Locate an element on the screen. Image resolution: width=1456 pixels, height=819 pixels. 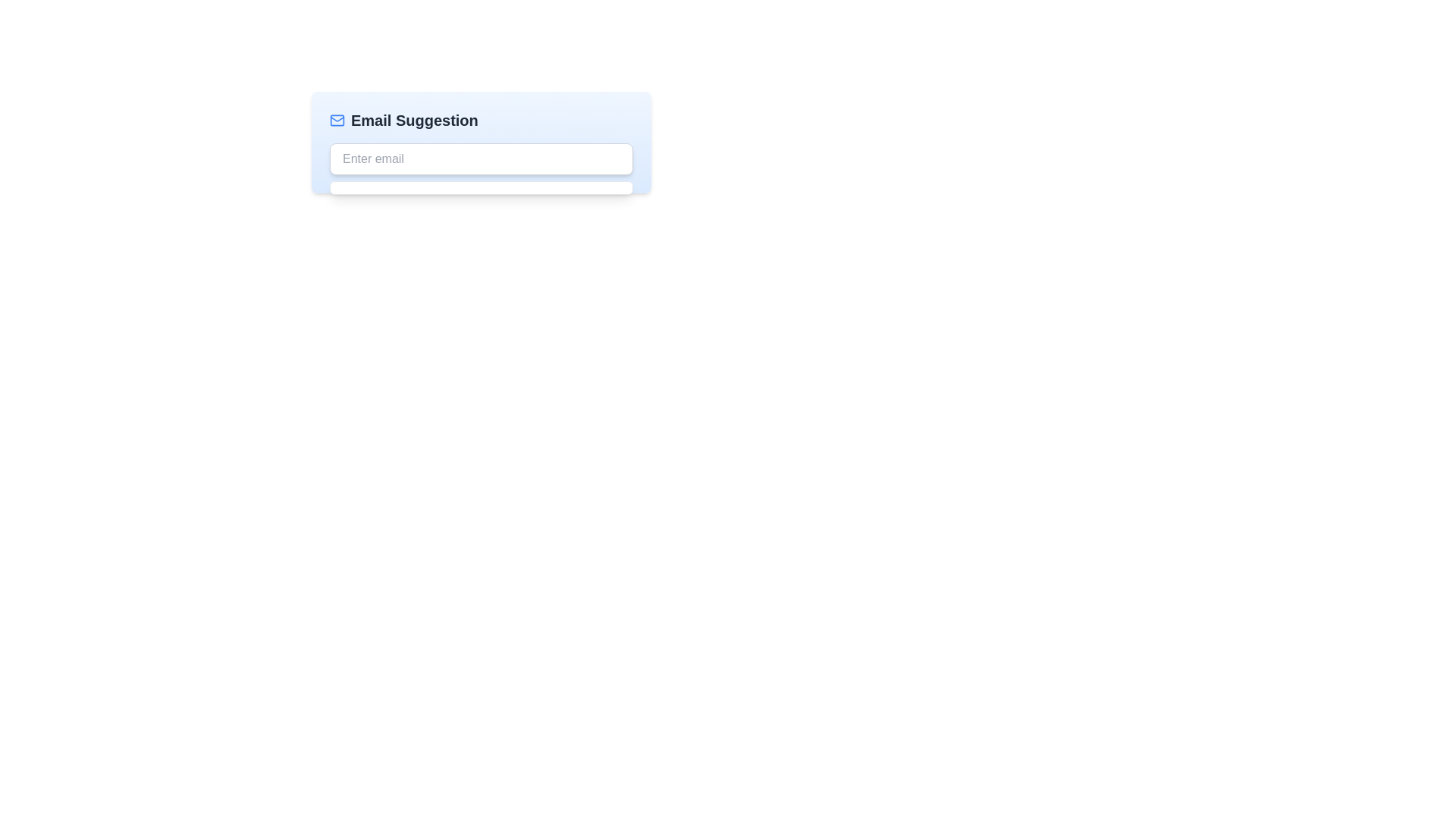
the email icon that is visually associated with the 'Email Suggestion' text, located at the top-left corner of the interface is located at coordinates (337, 119).